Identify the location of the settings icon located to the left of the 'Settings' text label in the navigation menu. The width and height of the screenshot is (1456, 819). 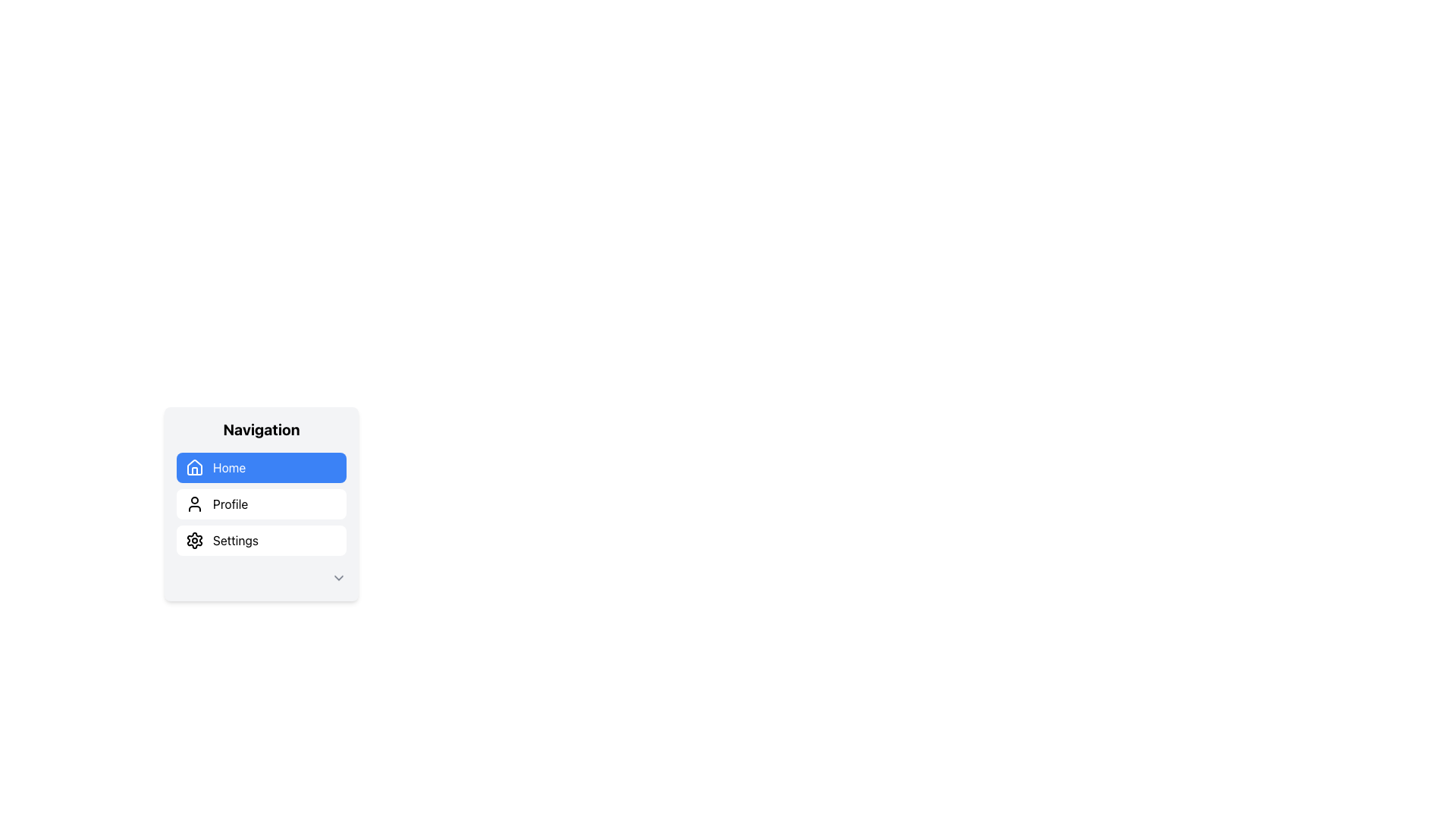
(194, 540).